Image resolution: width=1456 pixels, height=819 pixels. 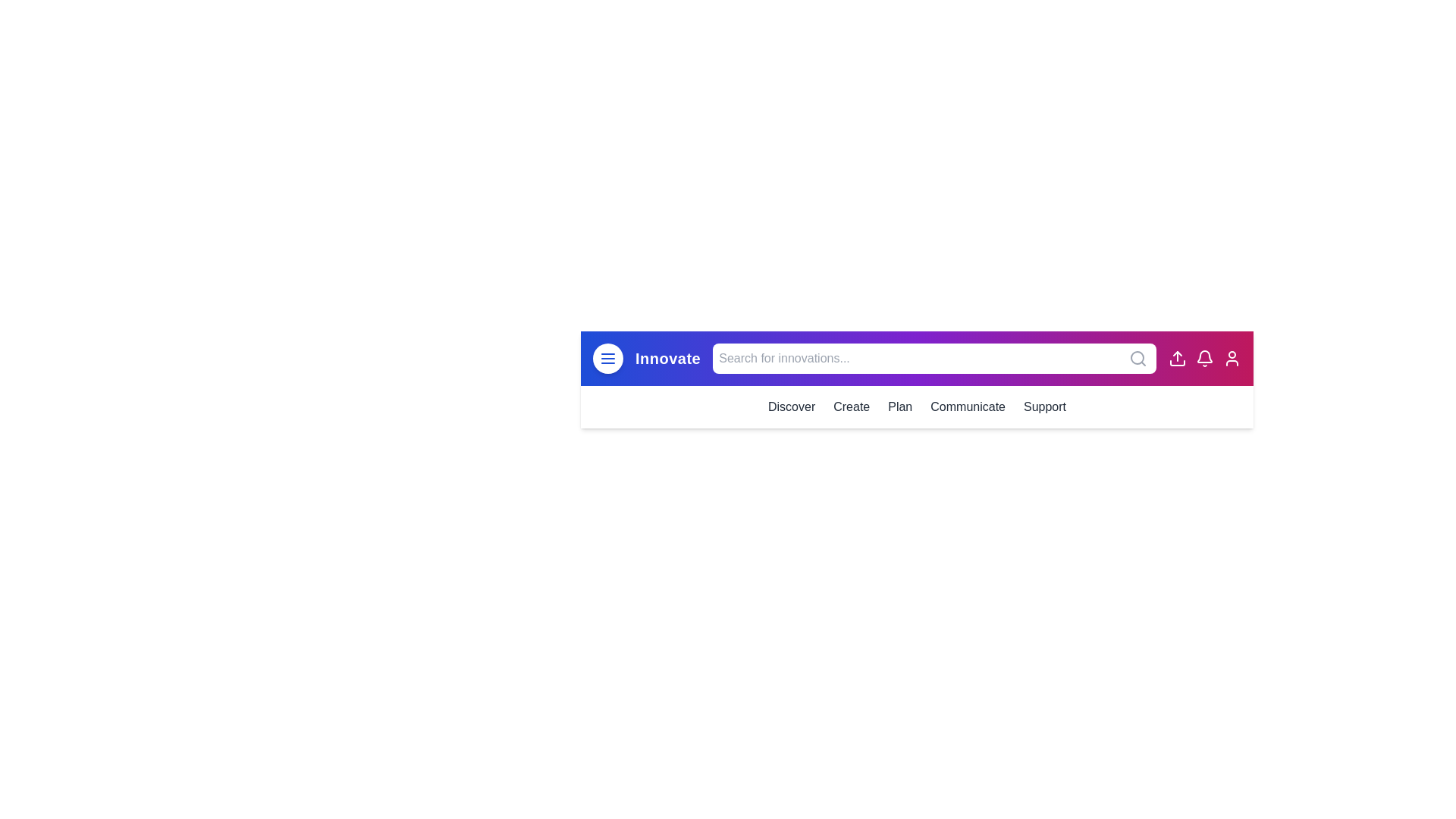 I want to click on the menu item Create, so click(x=852, y=406).